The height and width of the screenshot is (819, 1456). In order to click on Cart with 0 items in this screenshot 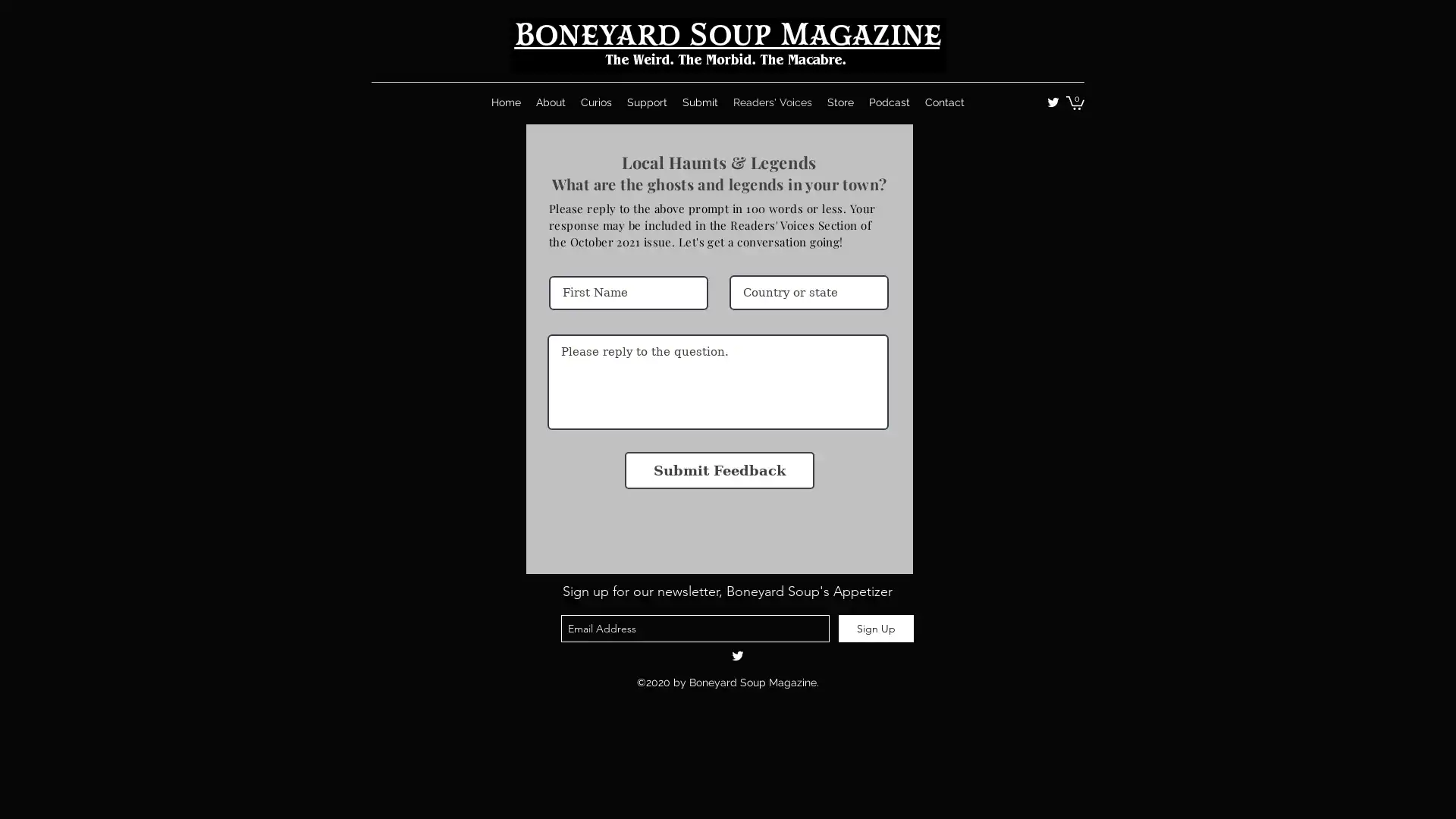, I will do `click(1074, 102)`.